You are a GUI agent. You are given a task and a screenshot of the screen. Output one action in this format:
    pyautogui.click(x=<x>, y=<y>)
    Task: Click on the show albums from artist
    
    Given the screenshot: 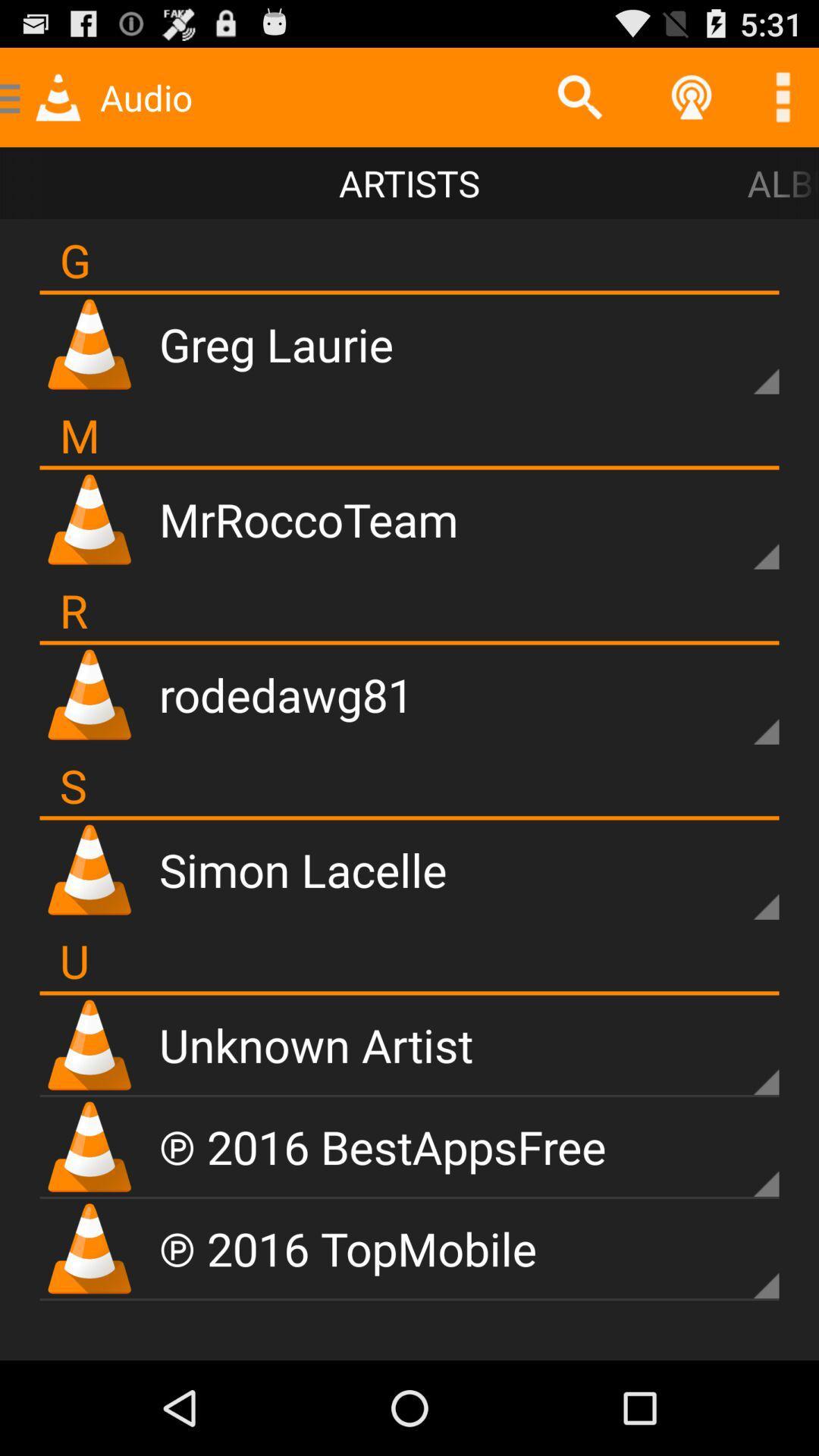 What is the action you would take?
    pyautogui.click(x=739, y=1056)
    